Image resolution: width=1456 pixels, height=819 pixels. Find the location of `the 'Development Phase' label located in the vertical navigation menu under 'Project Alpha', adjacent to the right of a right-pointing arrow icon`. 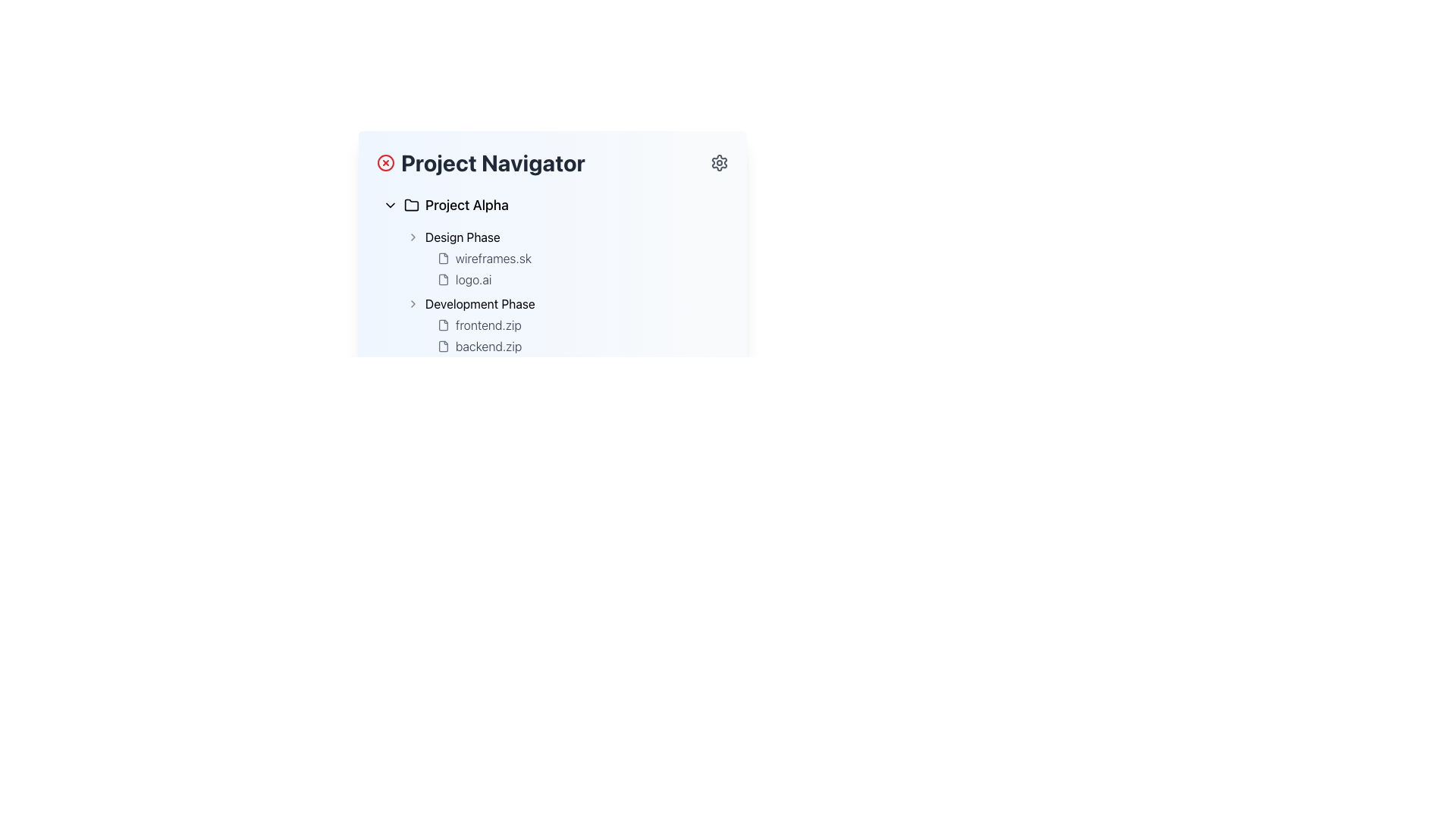

the 'Development Phase' label located in the vertical navigation menu under 'Project Alpha', adjacent to the right of a right-pointing arrow icon is located at coordinates (479, 304).